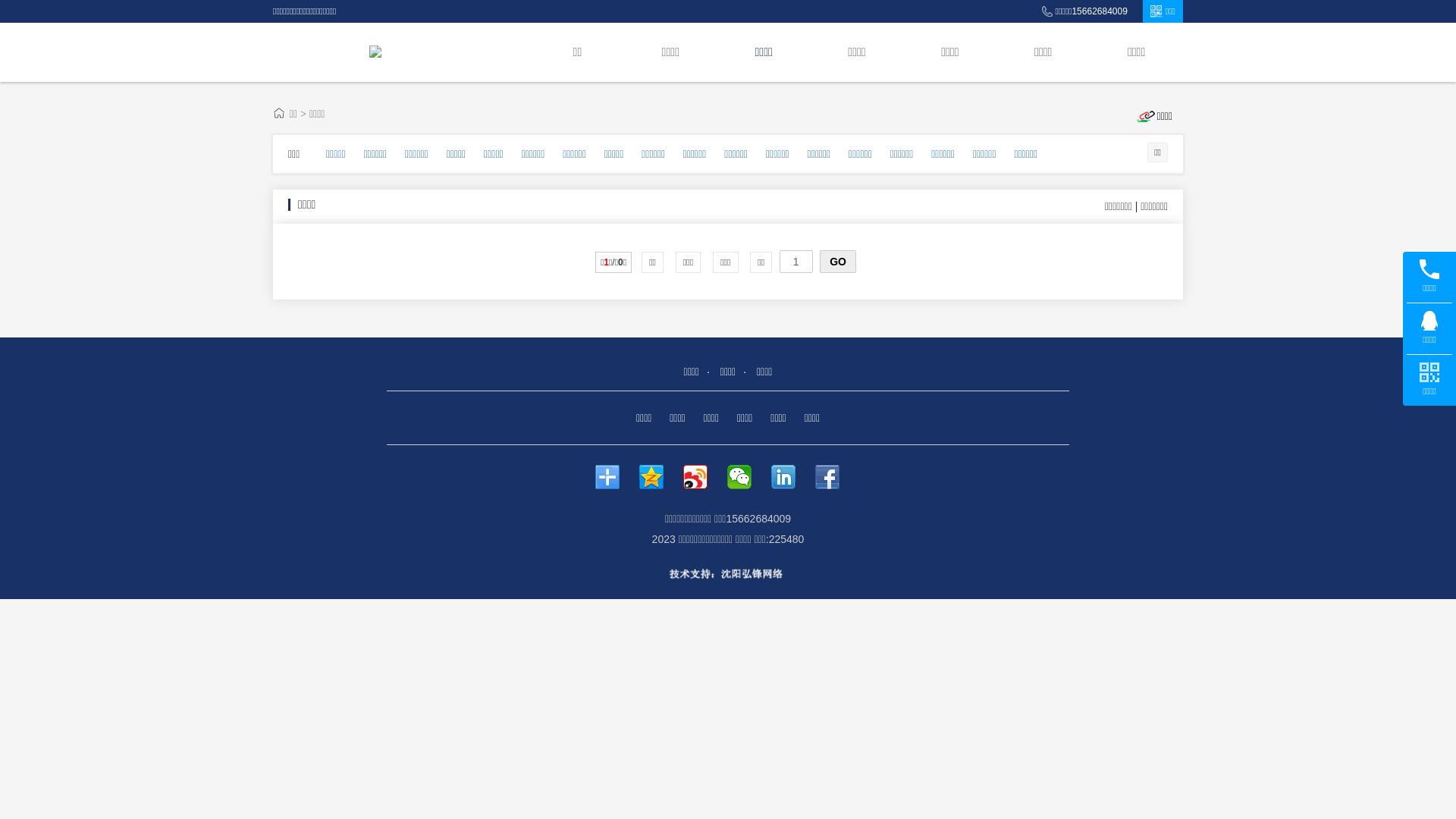 The height and width of the screenshot is (819, 1456). Describe the element at coordinates (836, 260) in the screenshot. I see `'GO'` at that location.